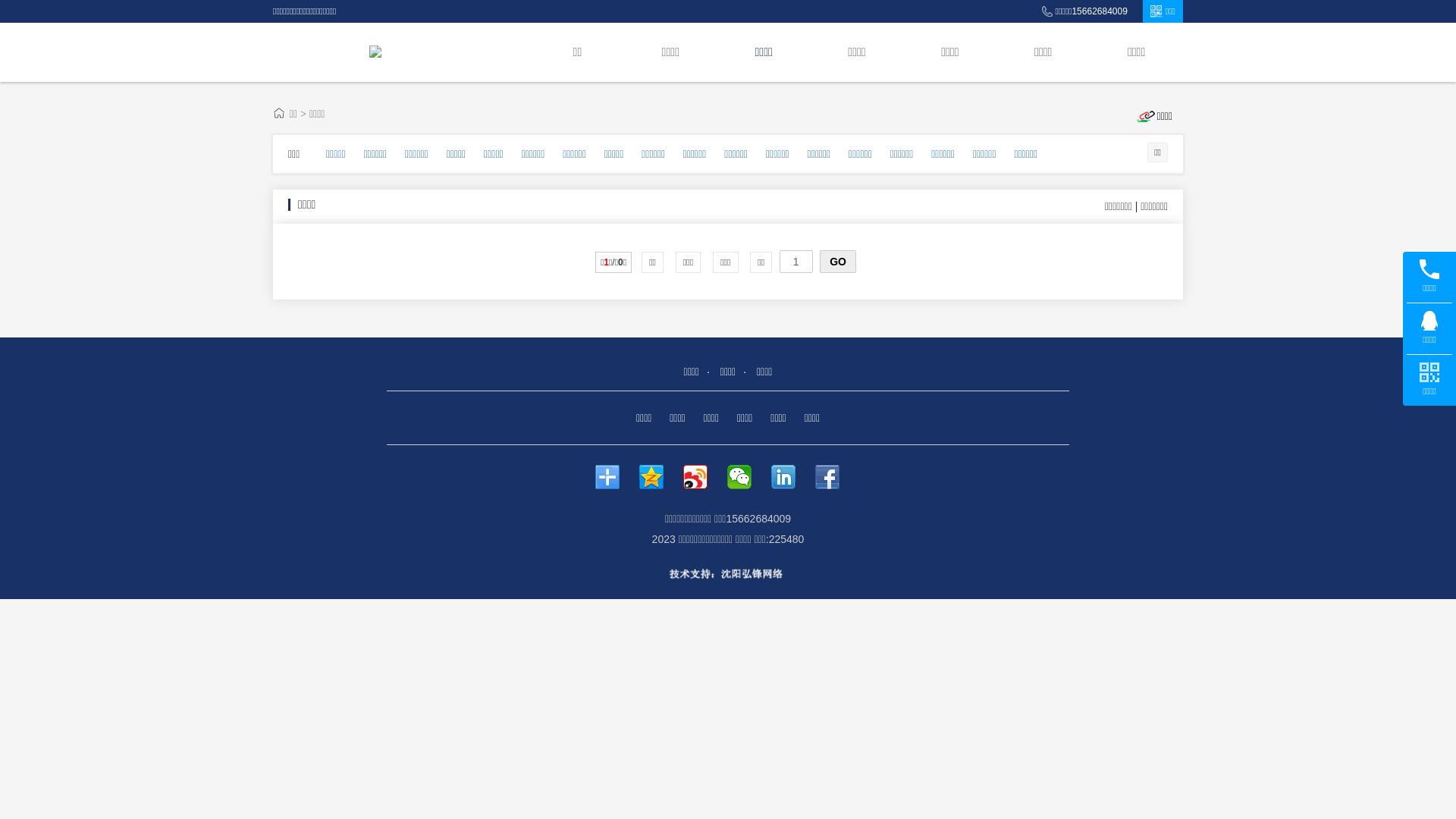 The height and width of the screenshot is (819, 1456). Describe the element at coordinates (836, 260) in the screenshot. I see `'GO'` at that location.